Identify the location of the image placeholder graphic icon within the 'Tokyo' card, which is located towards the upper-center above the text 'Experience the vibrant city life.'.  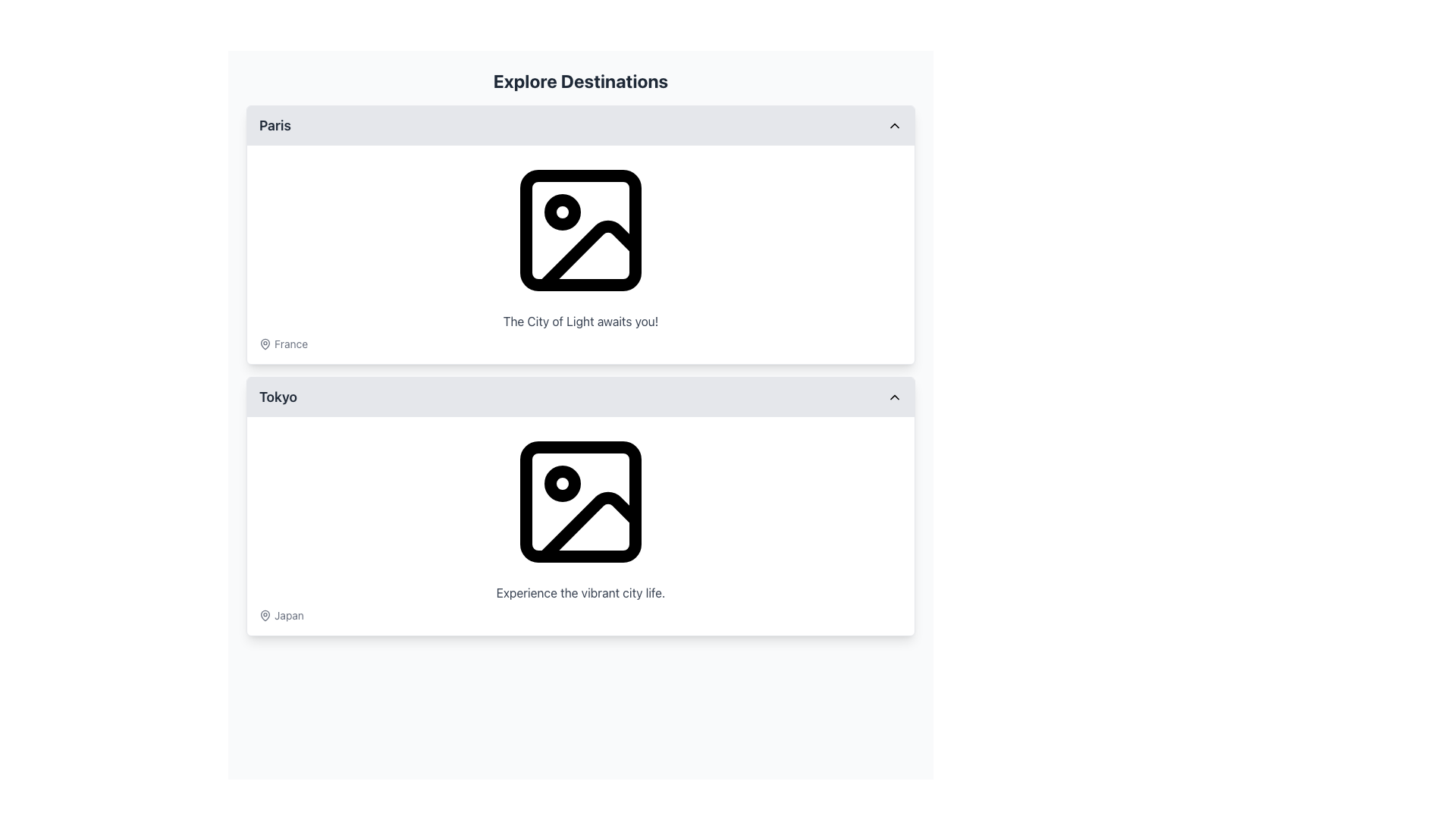
(580, 502).